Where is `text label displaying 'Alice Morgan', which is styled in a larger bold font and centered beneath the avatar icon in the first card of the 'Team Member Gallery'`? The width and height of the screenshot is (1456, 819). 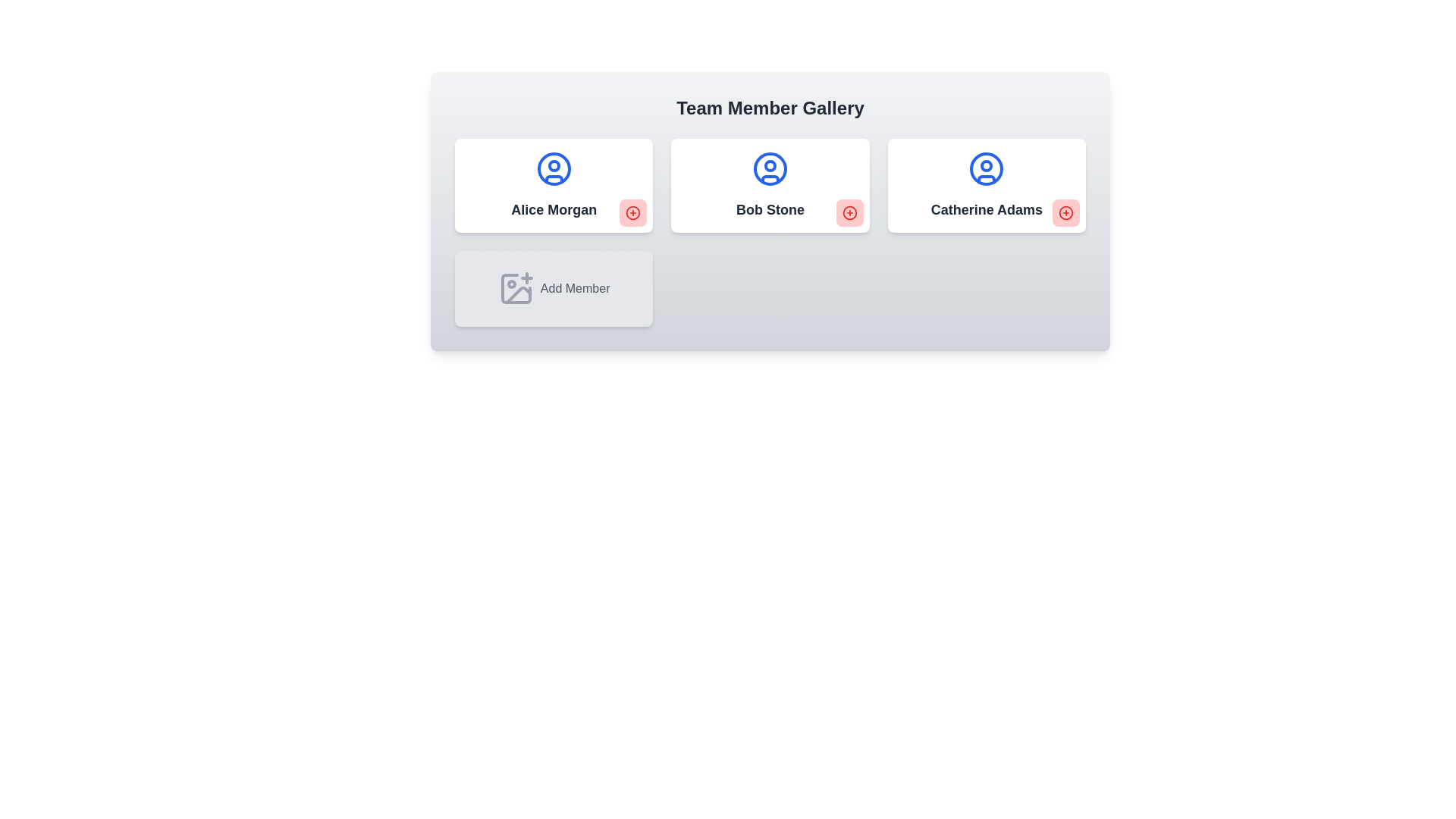
text label displaying 'Alice Morgan', which is styled in a larger bold font and centered beneath the avatar icon in the first card of the 'Team Member Gallery' is located at coordinates (553, 210).